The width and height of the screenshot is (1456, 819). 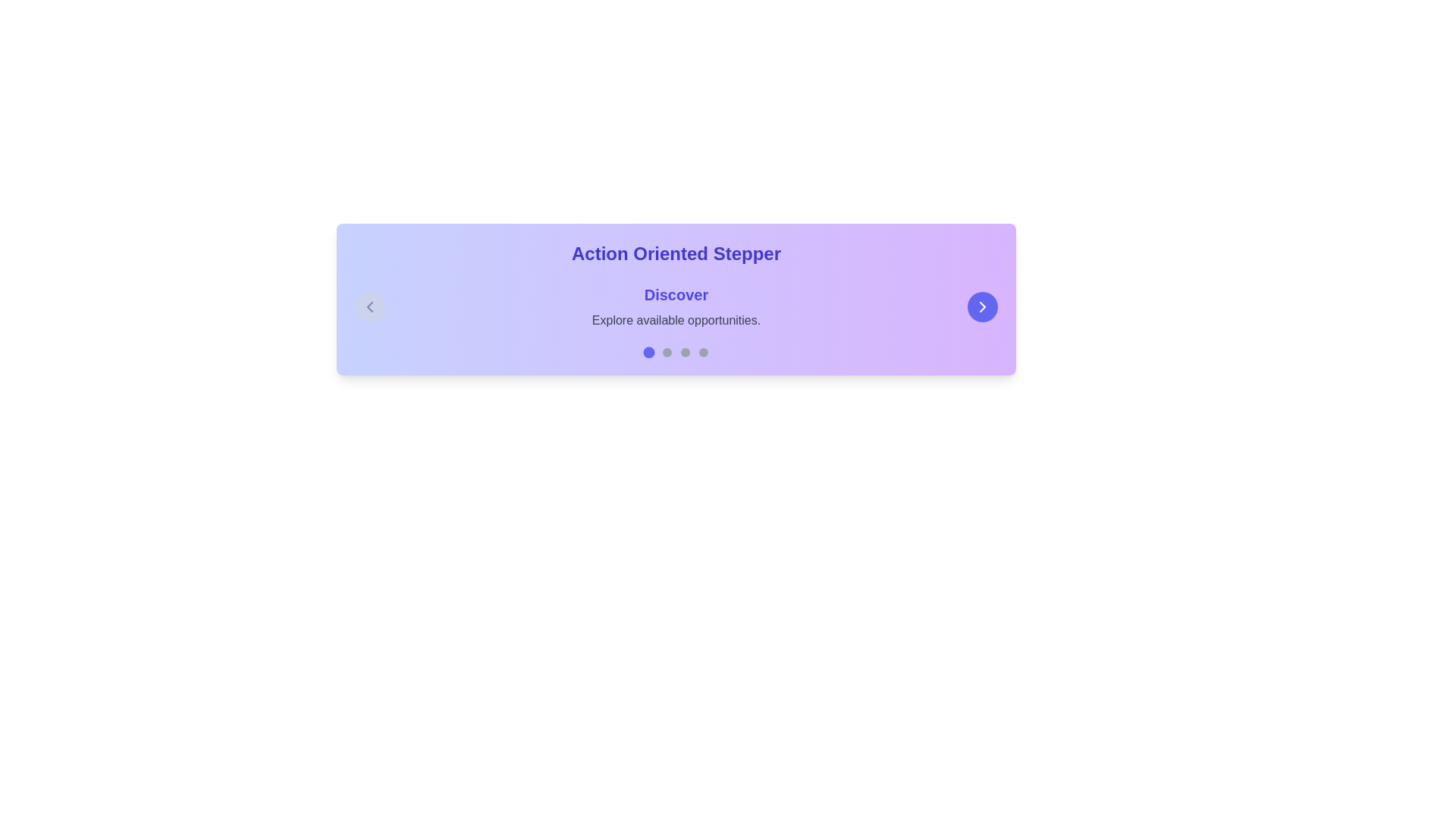 What do you see at coordinates (370, 307) in the screenshot?
I see `the left-arrow chevron icon inside the circular button located on the left side of the rectangular card in the stepper interface` at bounding box center [370, 307].